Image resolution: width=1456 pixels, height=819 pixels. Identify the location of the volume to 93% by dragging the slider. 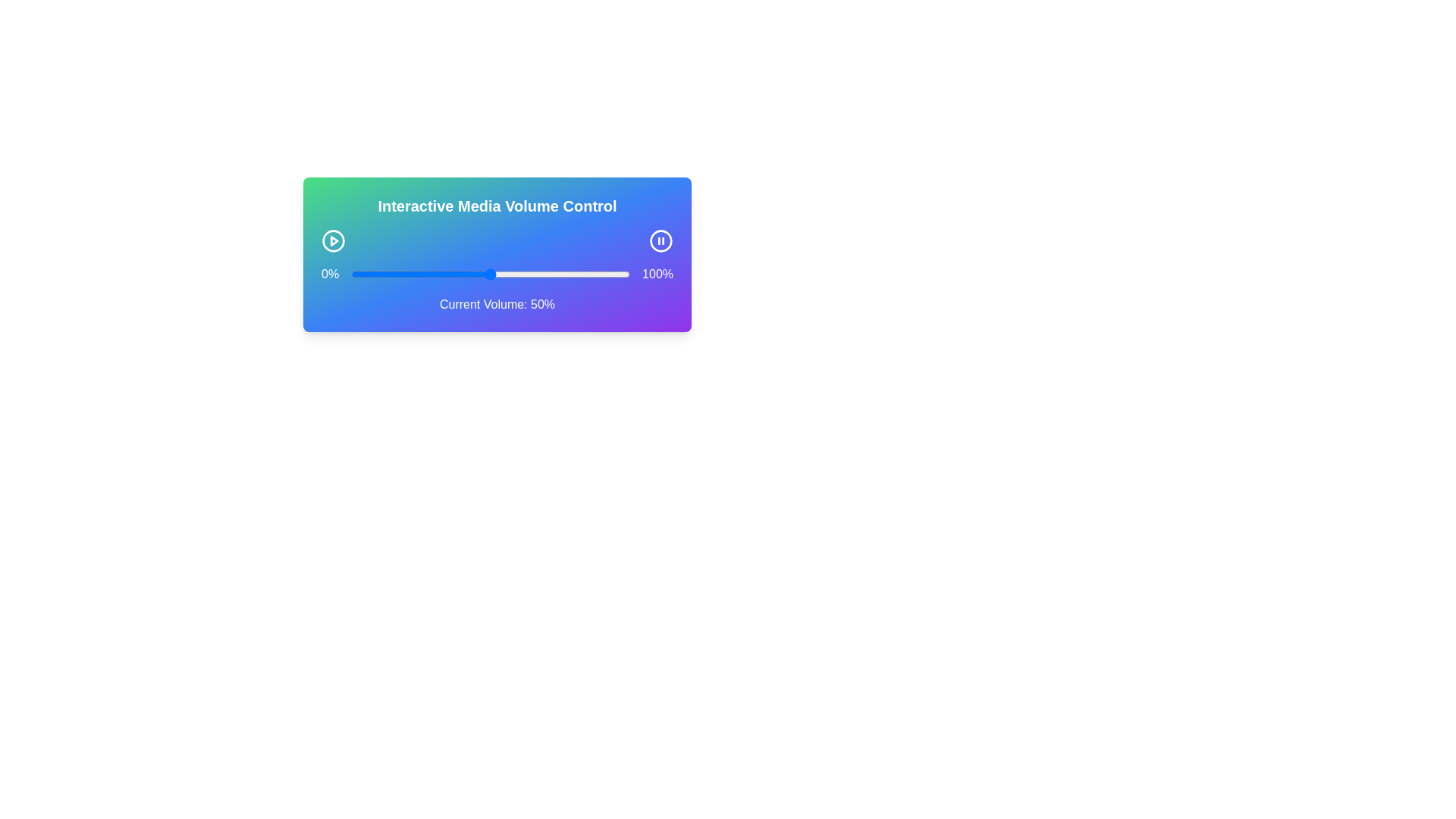
(610, 275).